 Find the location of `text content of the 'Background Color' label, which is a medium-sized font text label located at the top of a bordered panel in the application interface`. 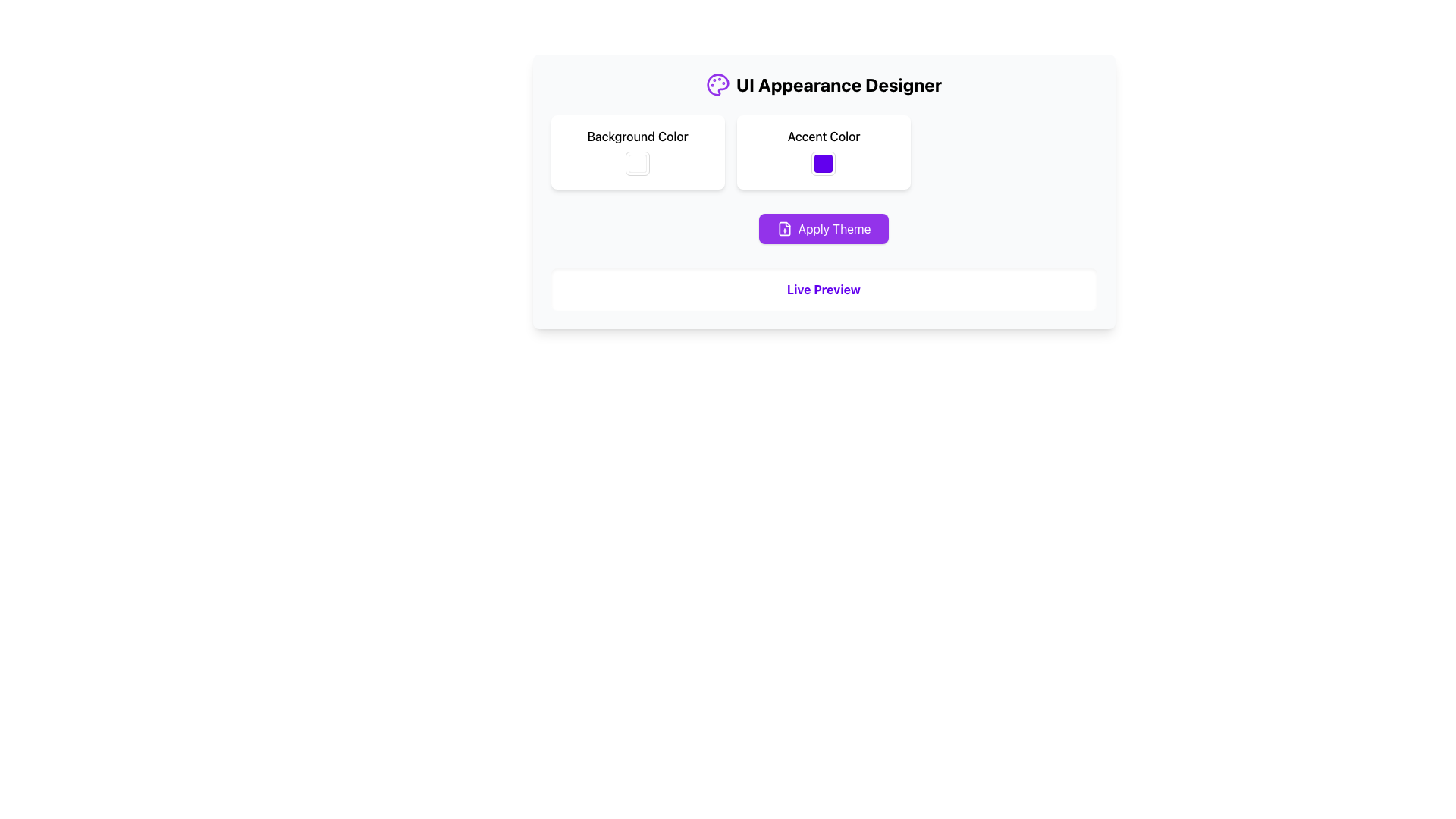

text content of the 'Background Color' label, which is a medium-sized font text label located at the top of a bordered panel in the application interface is located at coordinates (638, 136).